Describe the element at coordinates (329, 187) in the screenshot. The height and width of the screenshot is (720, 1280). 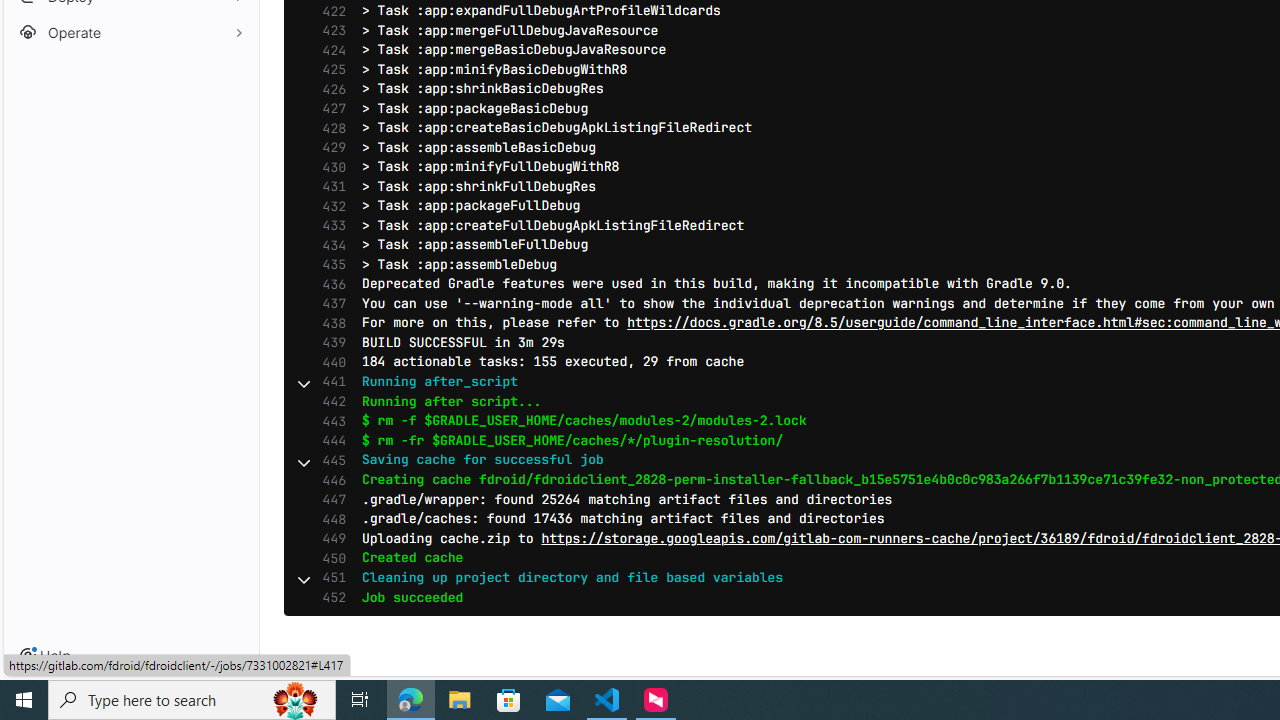
I see `'431'` at that location.